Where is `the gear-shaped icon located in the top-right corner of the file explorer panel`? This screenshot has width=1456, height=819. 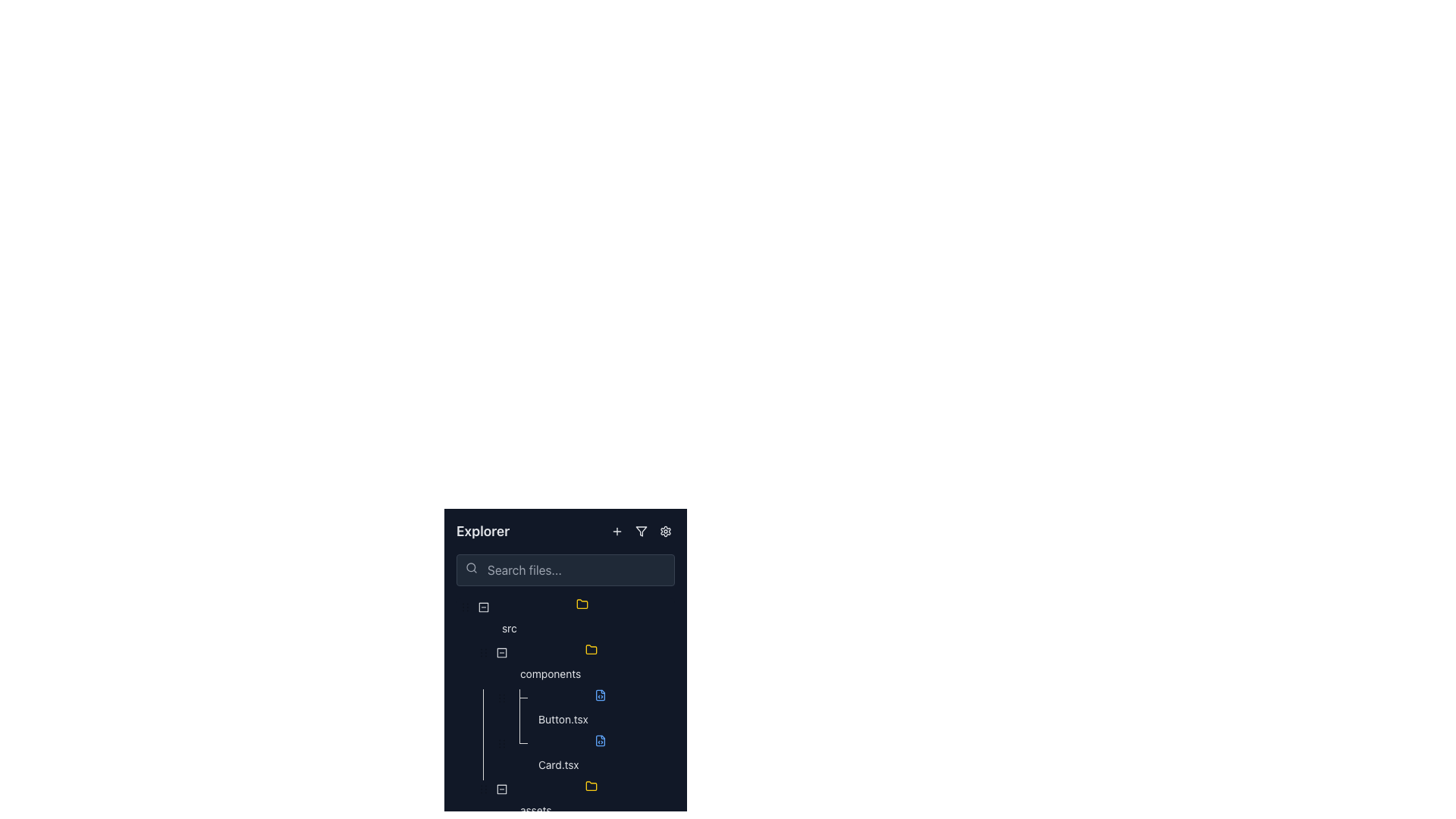 the gear-shaped icon located in the top-right corner of the file explorer panel is located at coordinates (666, 531).